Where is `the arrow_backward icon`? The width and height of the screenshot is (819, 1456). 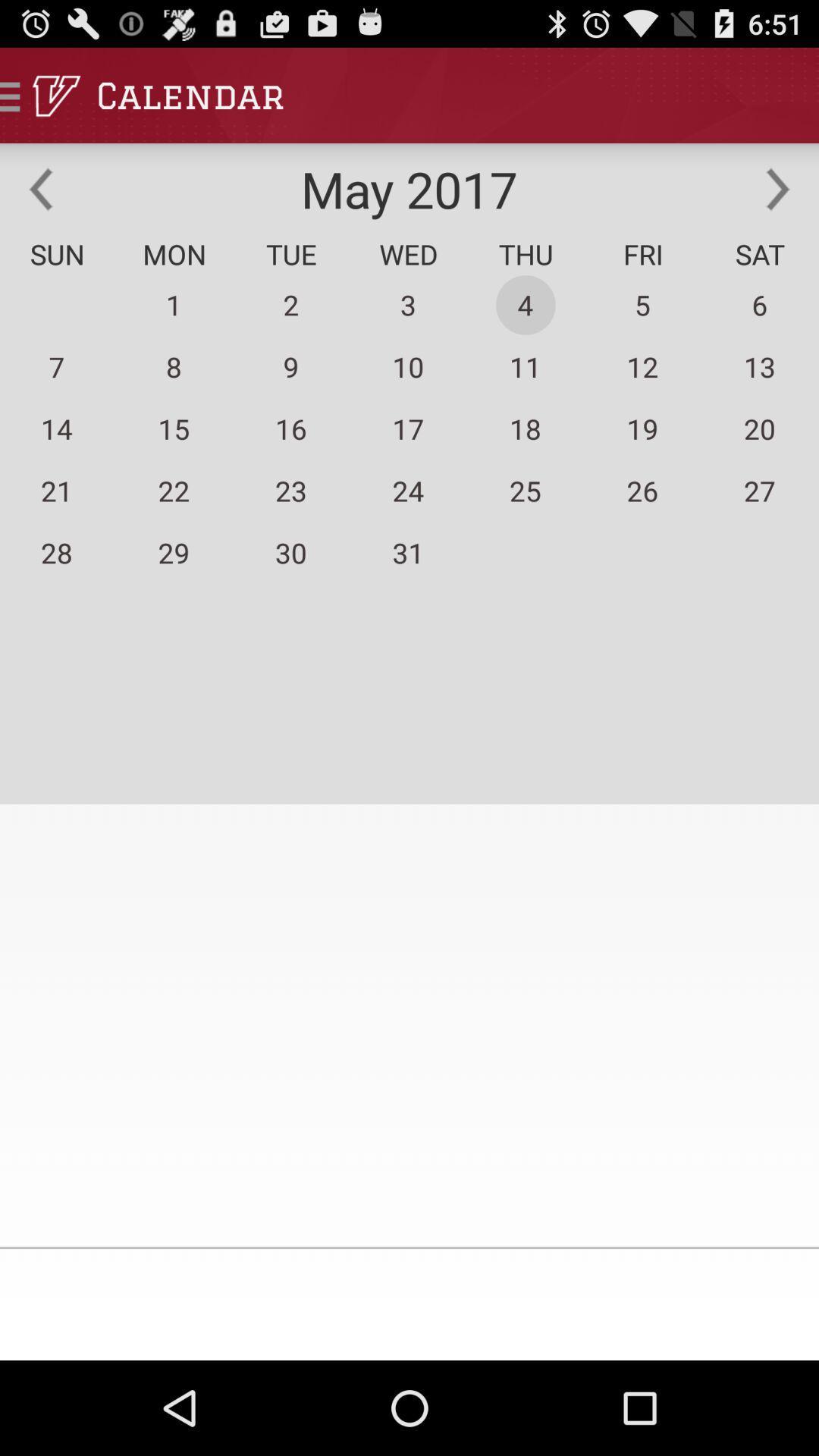
the arrow_backward icon is located at coordinates (40, 202).